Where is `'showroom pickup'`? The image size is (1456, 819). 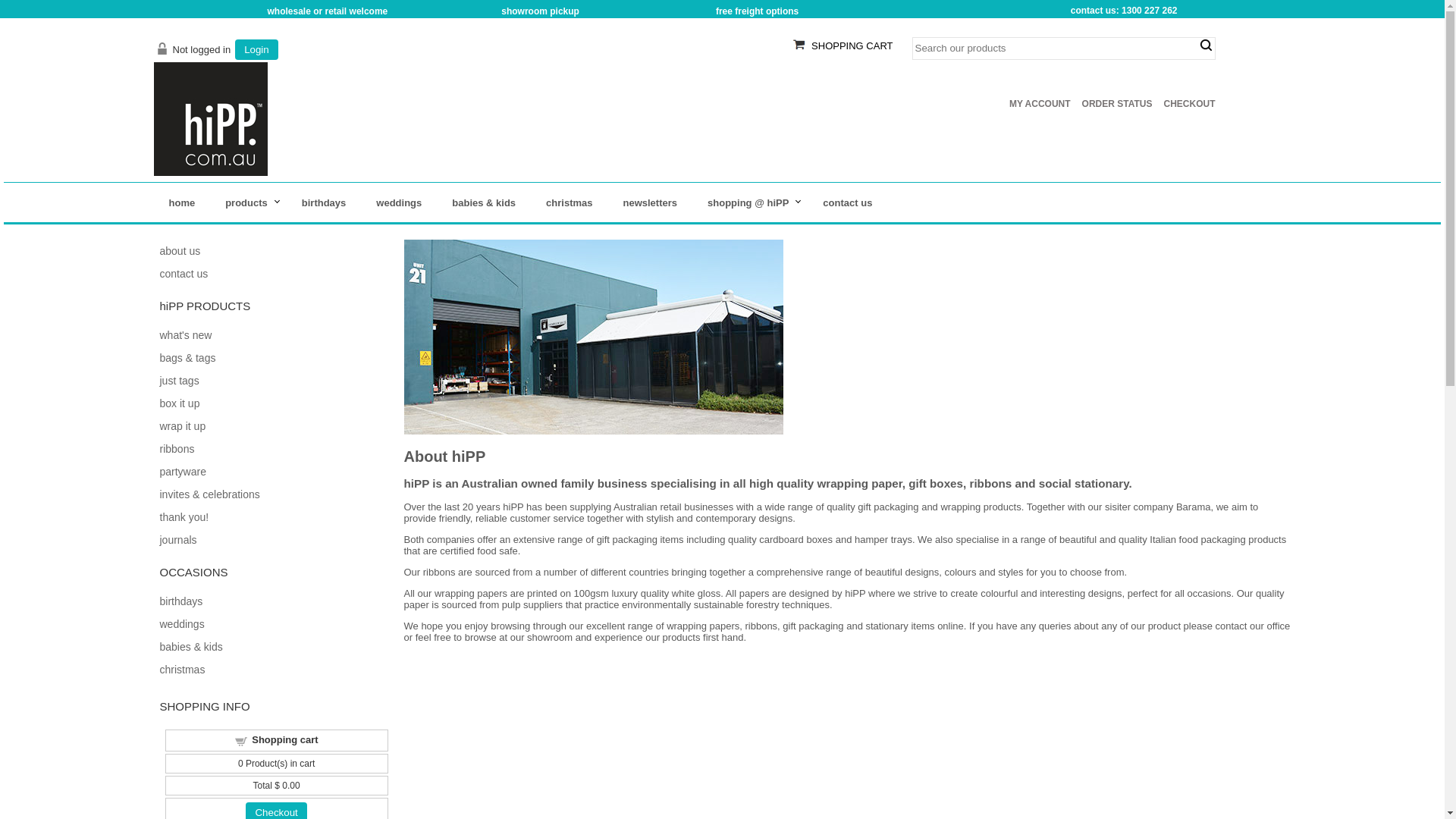
'showroom pickup' is located at coordinates (540, 11).